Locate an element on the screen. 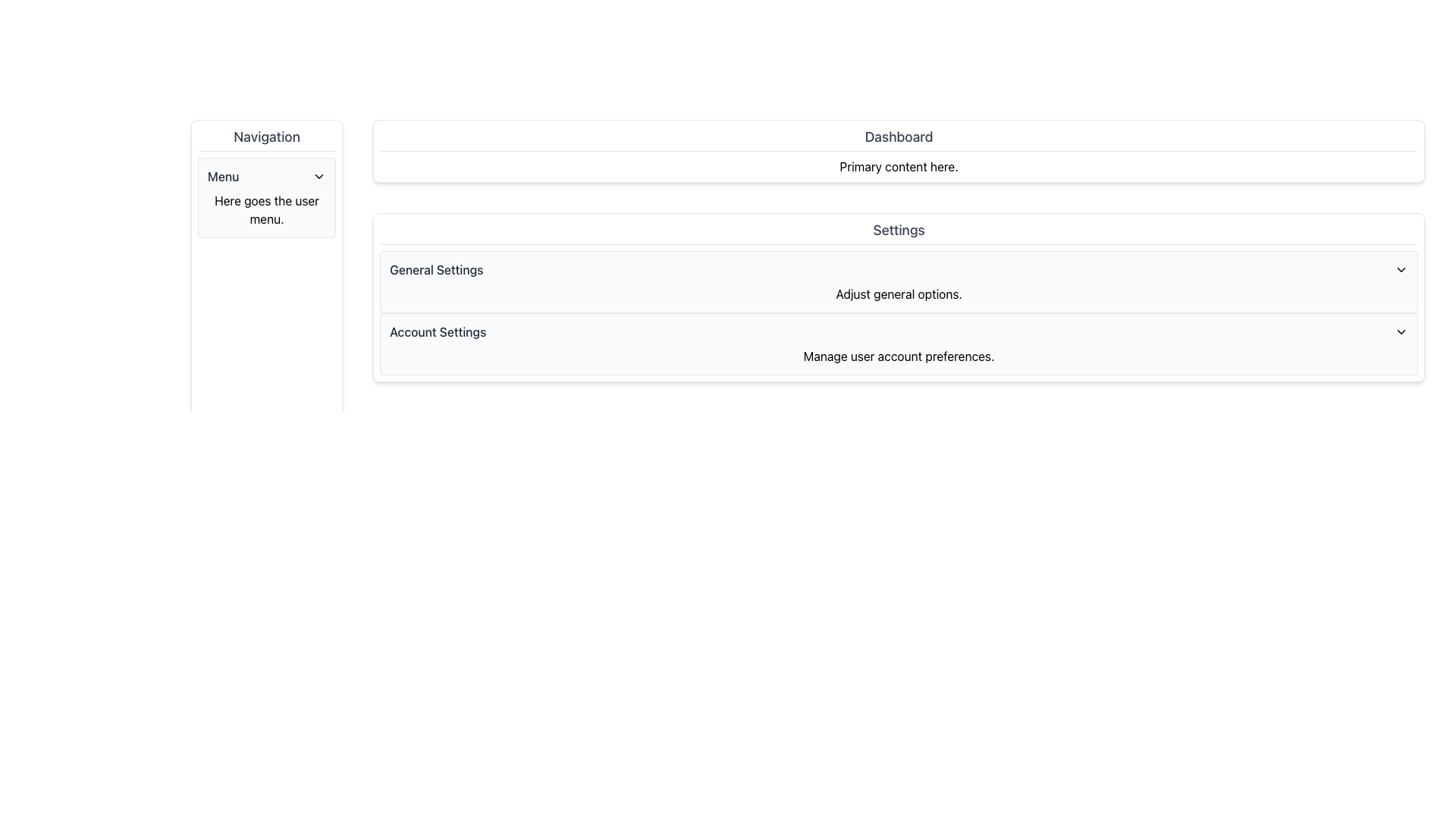 This screenshot has width=1456, height=819. 'Settings' label, which is a section header styled with a large font size, bold typography, and gray color, positioned above the 'General Settings' and 'Account Settings' sections is located at coordinates (899, 232).